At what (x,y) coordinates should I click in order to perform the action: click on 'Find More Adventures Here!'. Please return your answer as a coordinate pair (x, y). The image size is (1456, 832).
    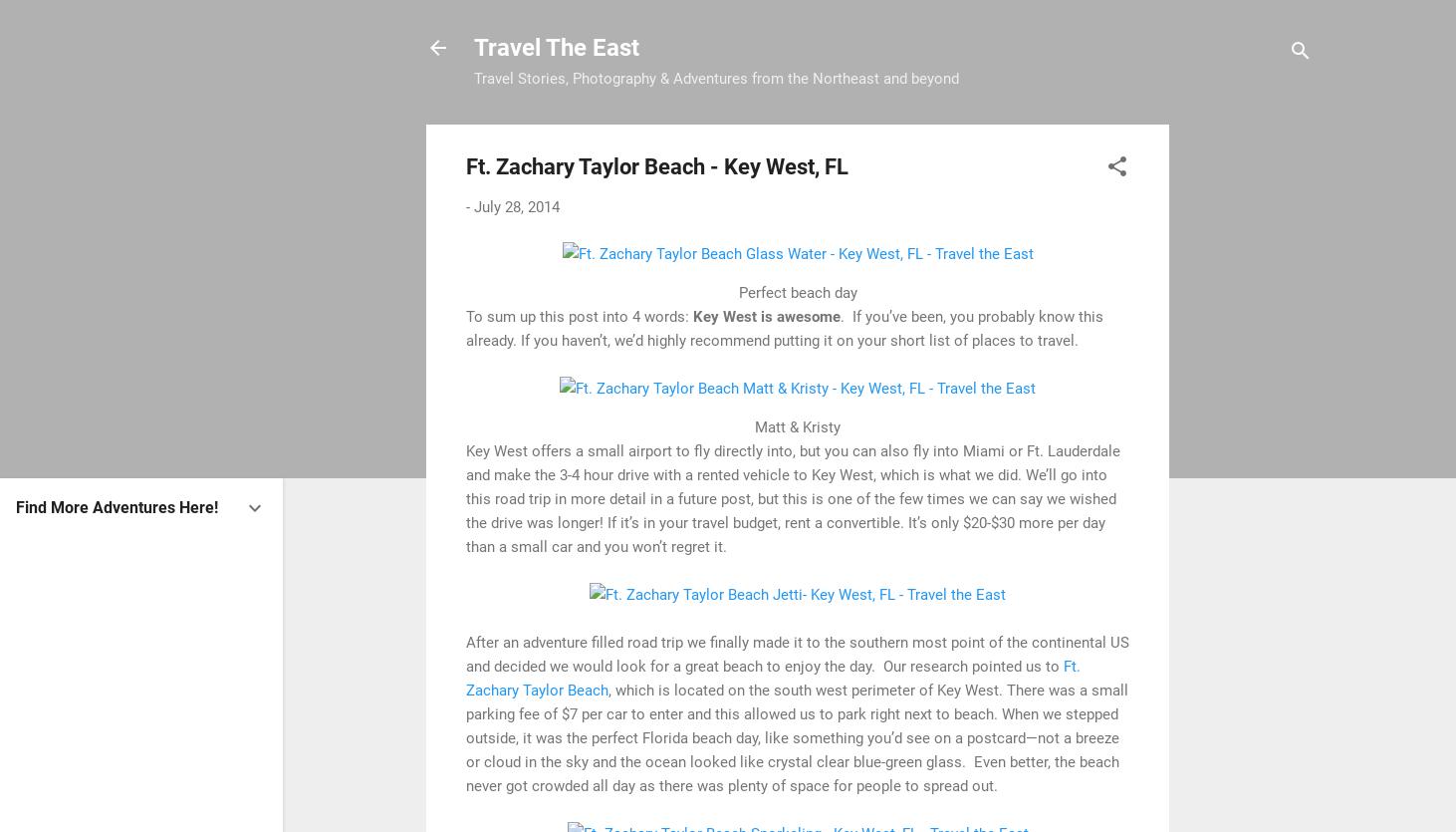
    Looking at the image, I should click on (116, 507).